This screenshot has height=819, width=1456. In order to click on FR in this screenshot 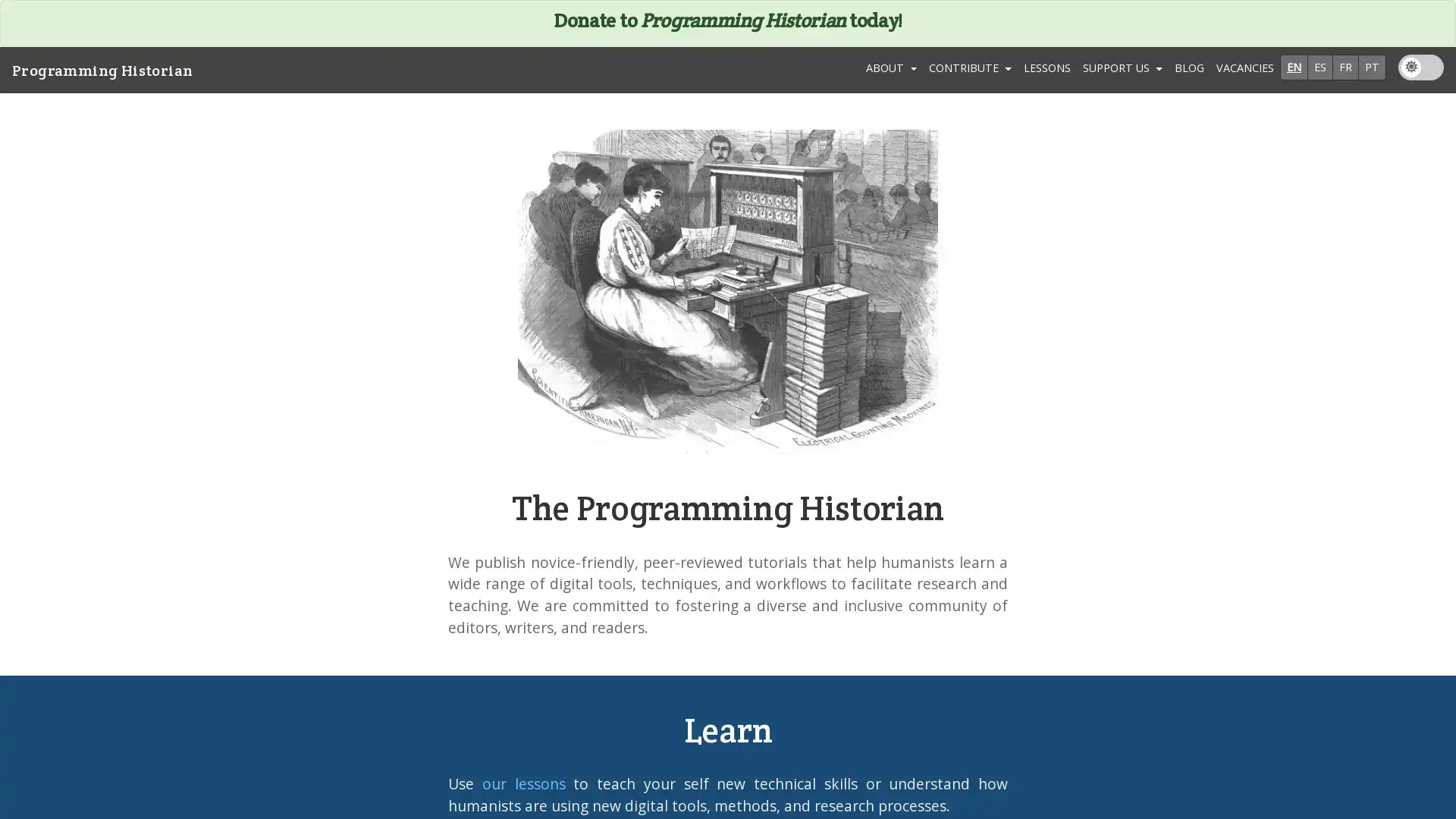, I will do `click(1345, 66)`.